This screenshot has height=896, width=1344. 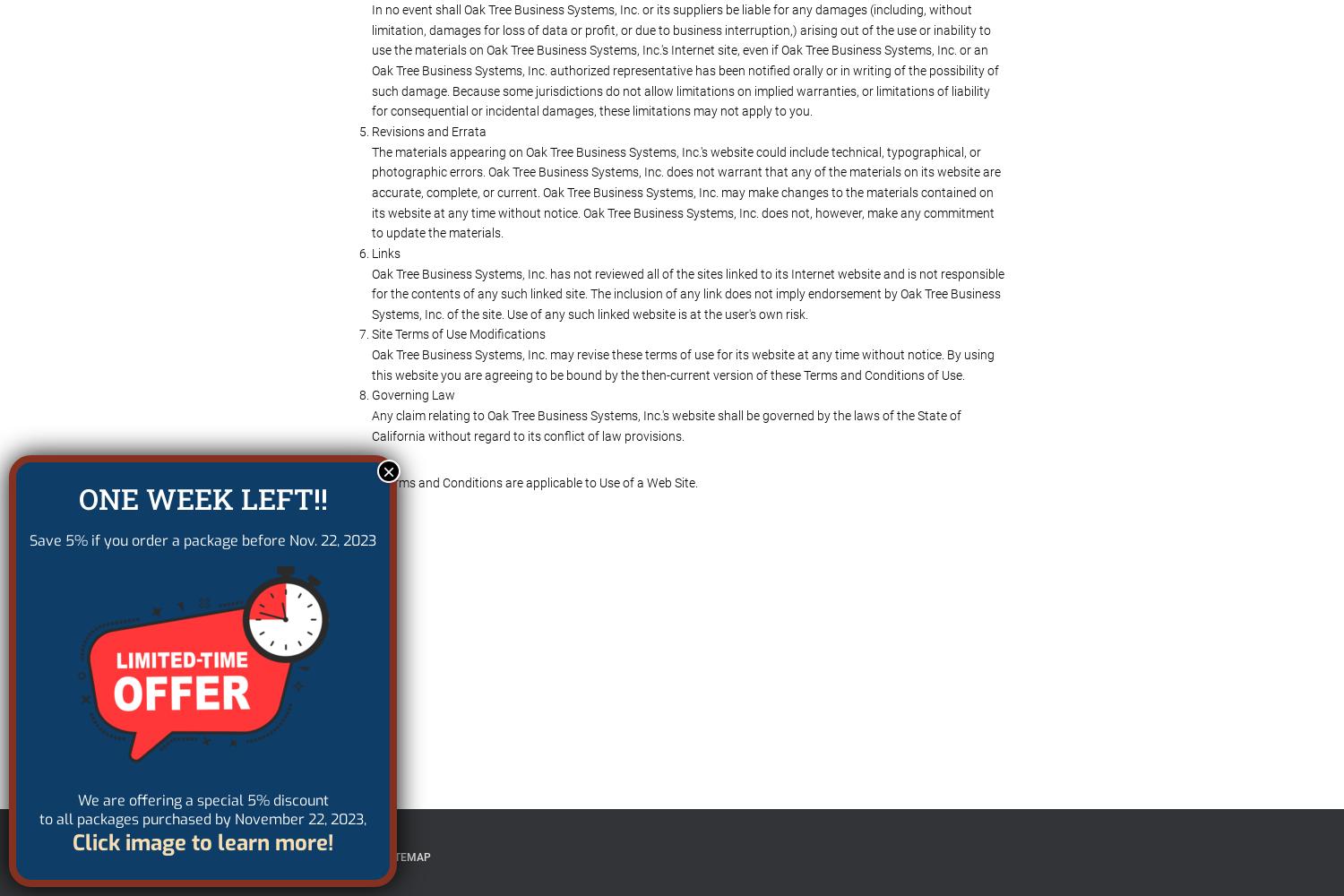 I want to click on 'Oak Tree Business Systems, Inc. may revise these terms of use for its website at any time without notice. By using this website you are agreeing to be bound by the then-current version of these Terms and Conditions of Use.', so click(x=683, y=365).